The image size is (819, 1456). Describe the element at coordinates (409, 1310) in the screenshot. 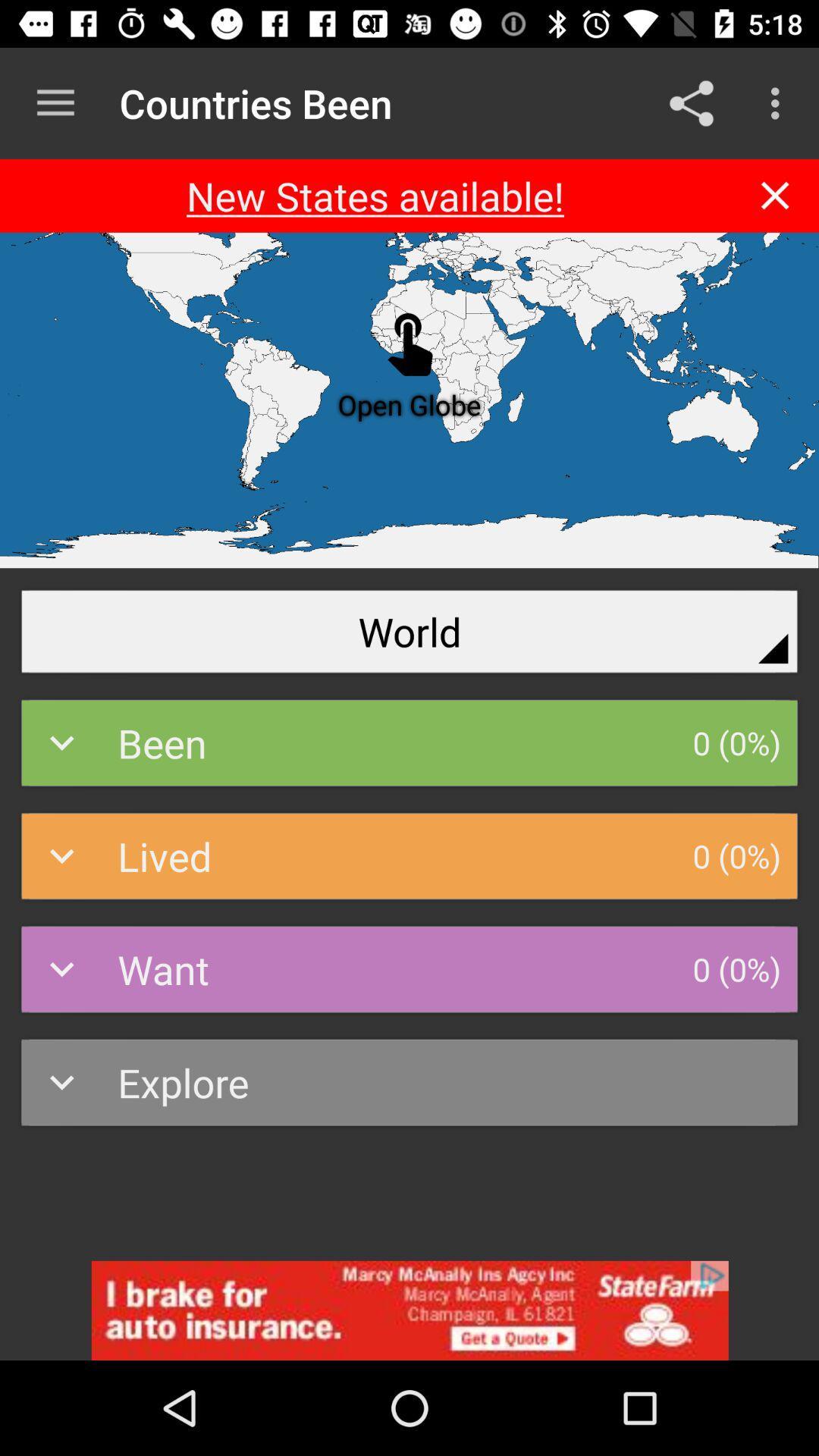

I see `countries been` at that location.